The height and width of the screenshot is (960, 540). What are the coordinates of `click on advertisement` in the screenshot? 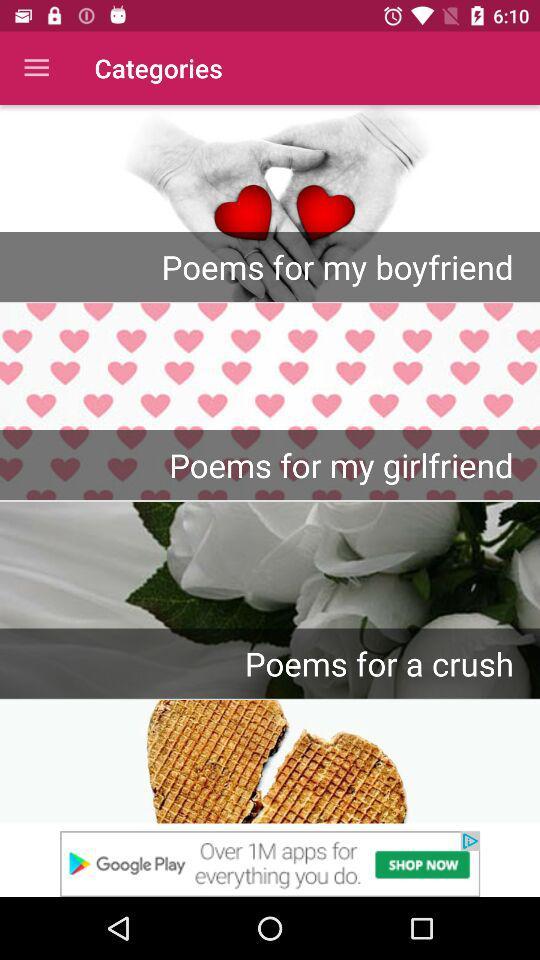 It's located at (270, 863).